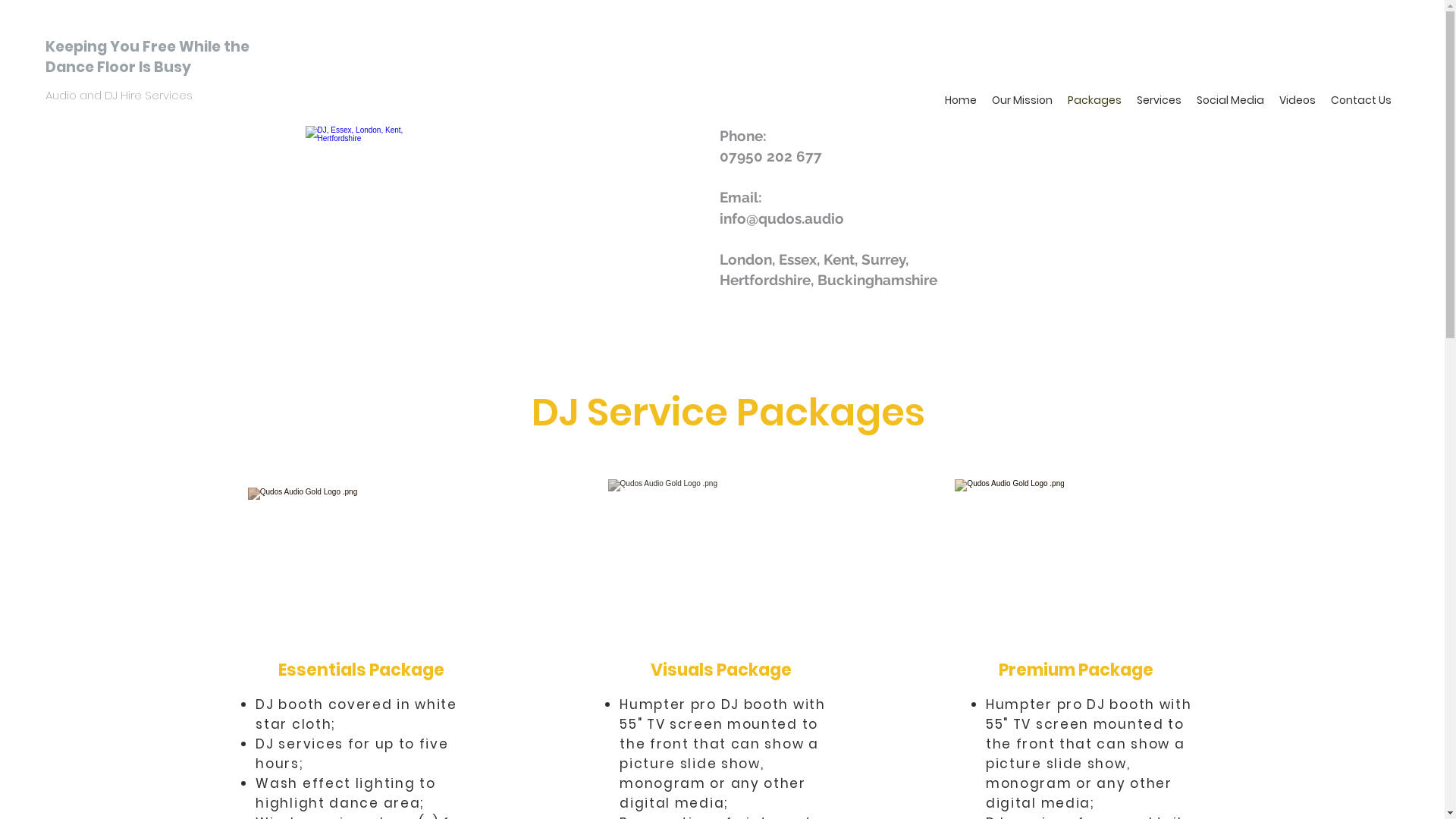 The image size is (1456, 819). What do you see at coordinates (1158, 99) in the screenshot?
I see `'Services'` at bounding box center [1158, 99].